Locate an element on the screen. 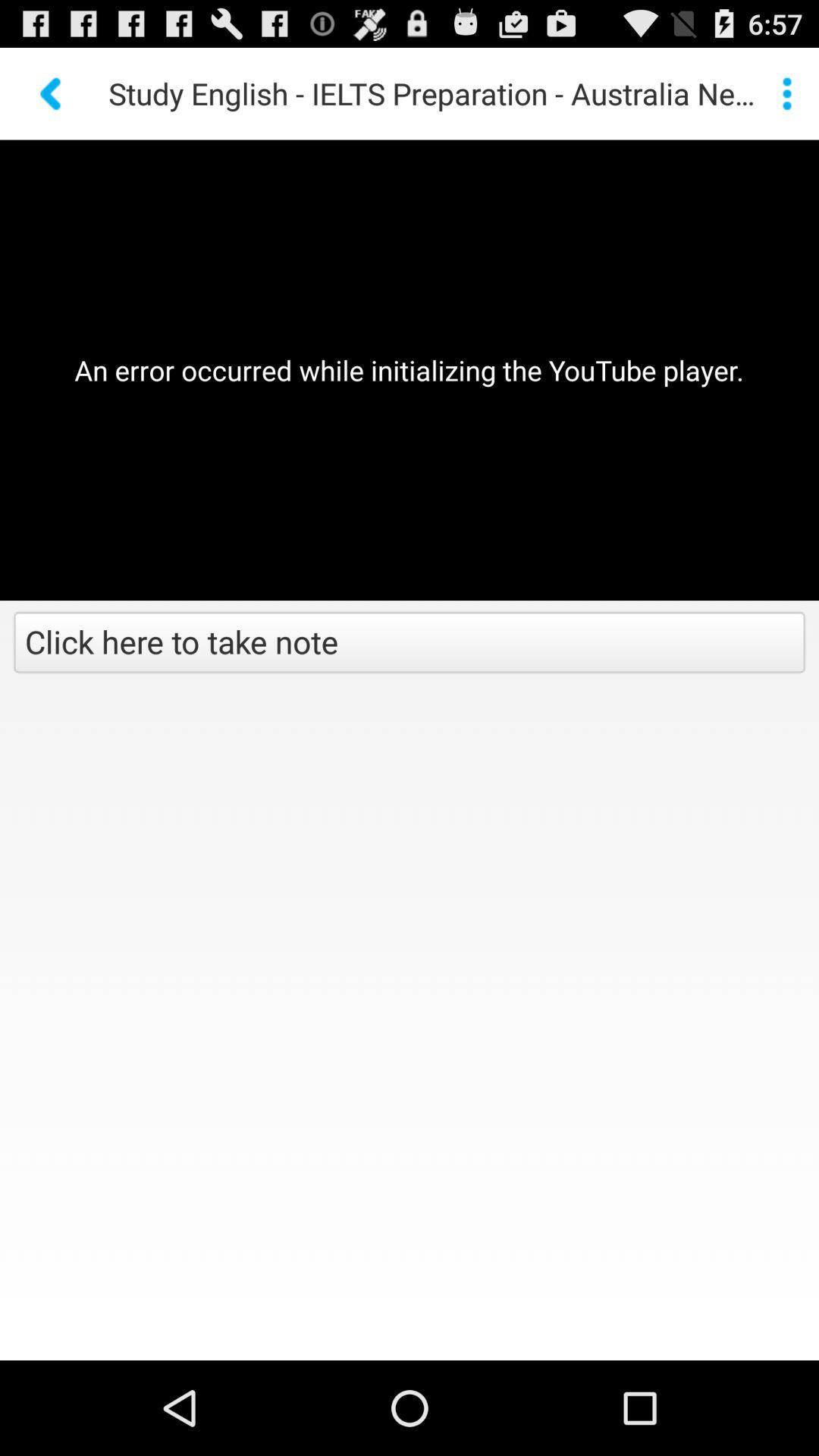 The image size is (819, 1456). item next to study english ielts item is located at coordinates (786, 93).